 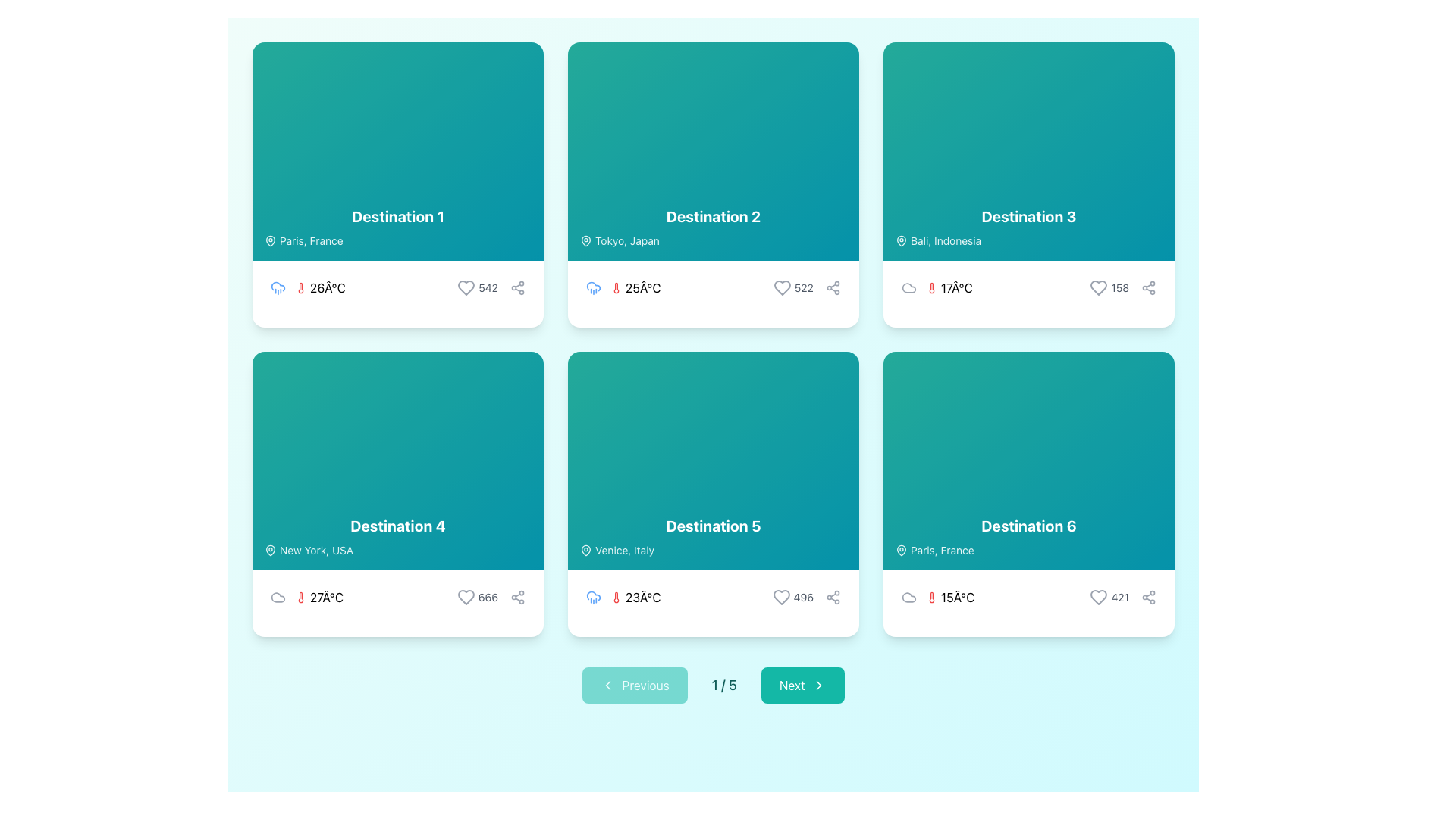 I want to click on the map pin icon located in the top left corner of the 'Destination 3' card, preceding the text 'Bali, Indonesia', so click(x=902, y=239).